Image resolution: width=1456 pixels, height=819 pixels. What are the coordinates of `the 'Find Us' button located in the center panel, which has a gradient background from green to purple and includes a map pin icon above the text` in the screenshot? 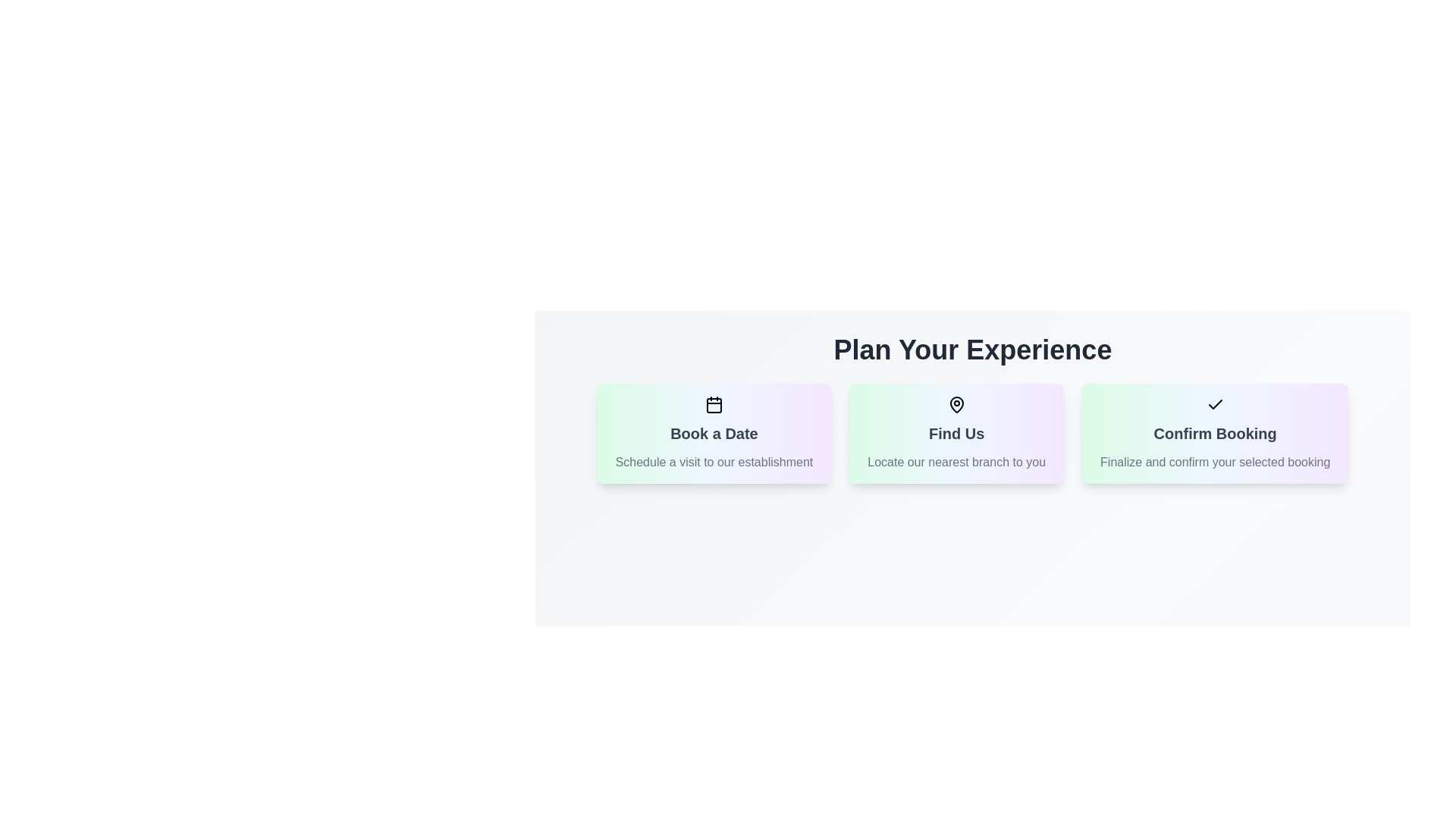 It's located at (955, 433).